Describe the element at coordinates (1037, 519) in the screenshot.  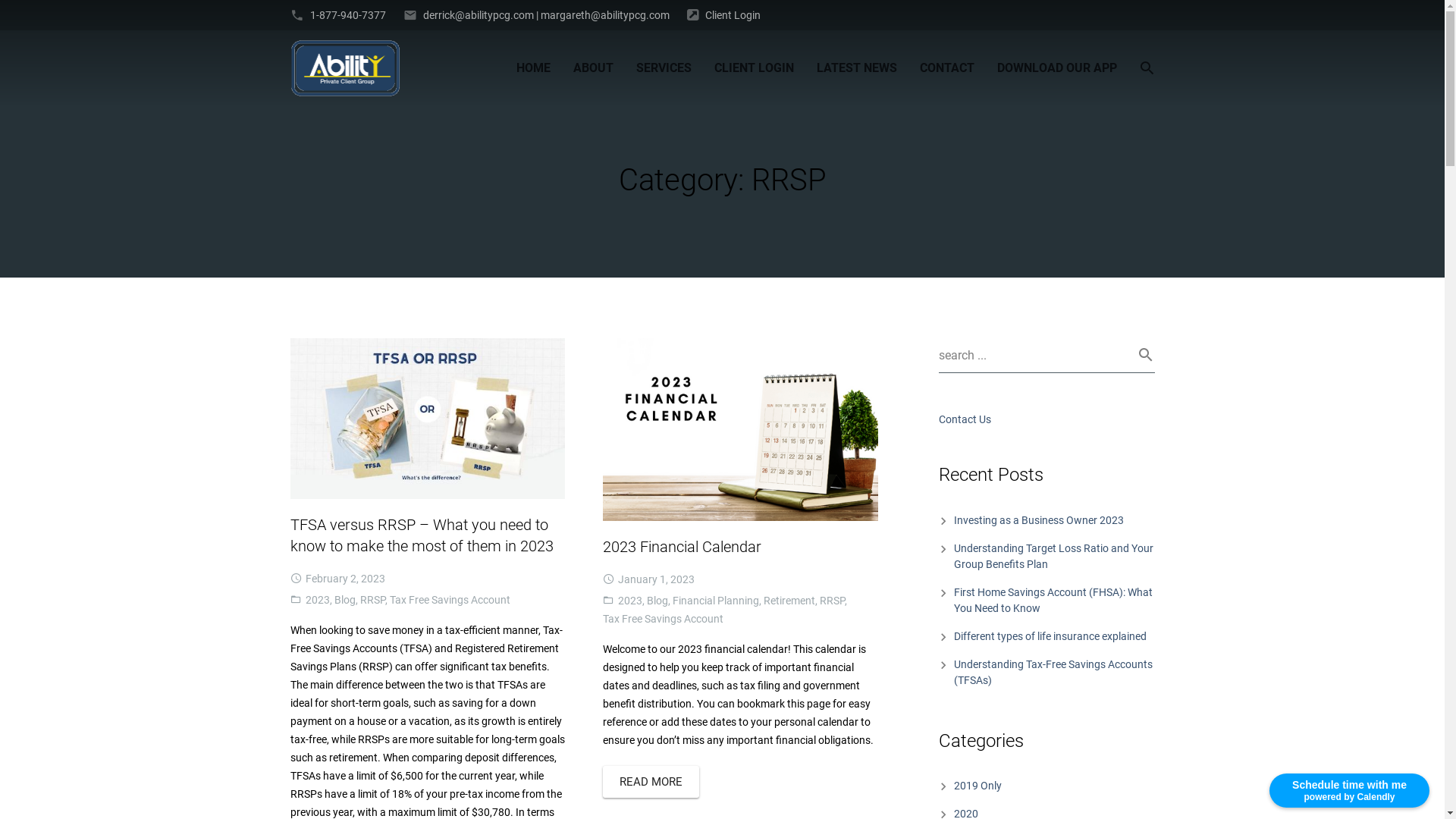
I see `'Investing as a Business Owner 2023'` at that location.